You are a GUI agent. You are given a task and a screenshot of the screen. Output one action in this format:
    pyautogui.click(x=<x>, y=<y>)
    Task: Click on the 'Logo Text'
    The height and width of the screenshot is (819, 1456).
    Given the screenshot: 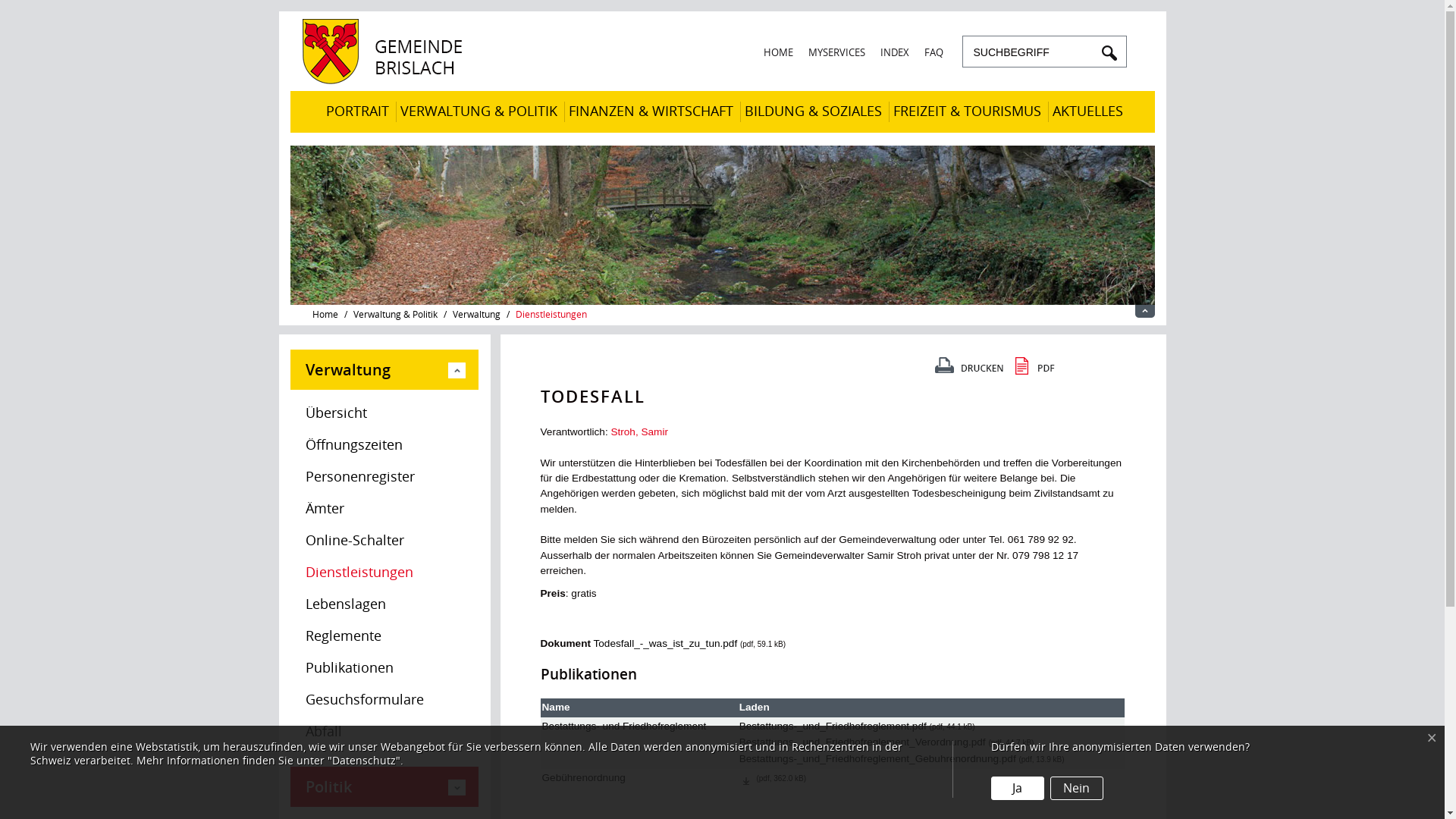 What is the action you would take?
    pyautogui.click(x=387, y=80)
    